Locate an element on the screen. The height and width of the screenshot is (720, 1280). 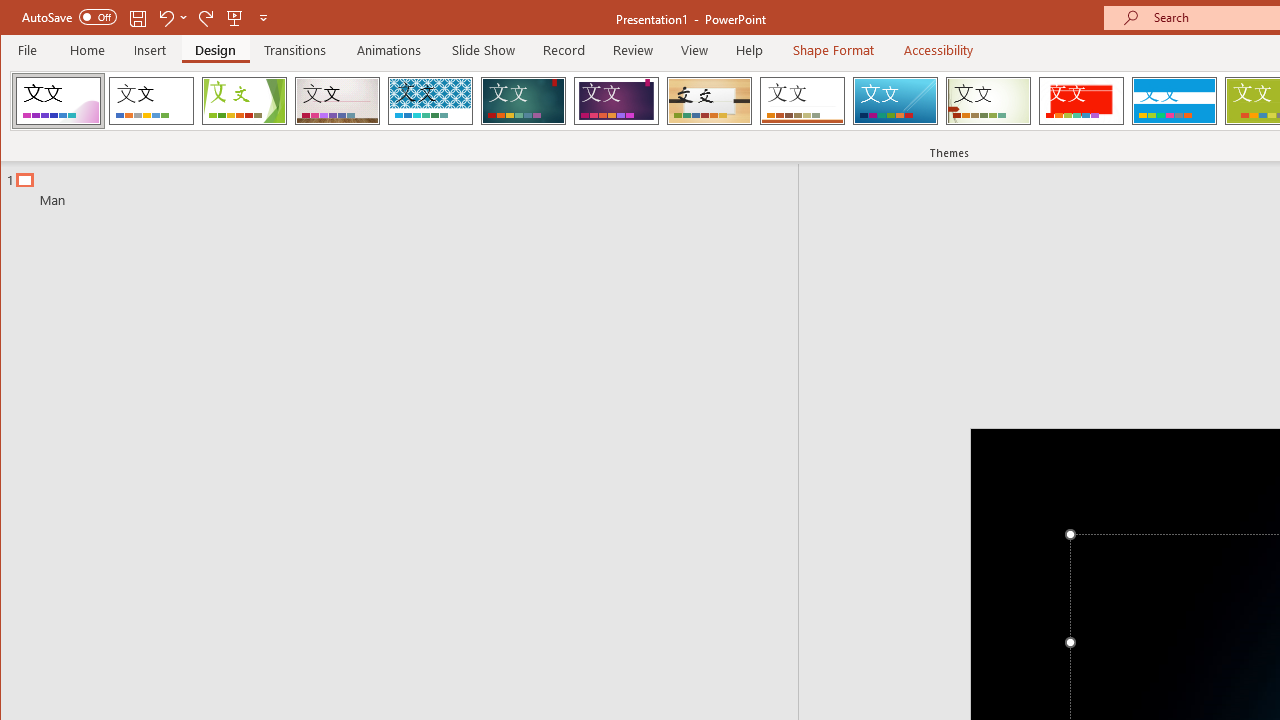
'Slice' is located at coordinates (894, 100).